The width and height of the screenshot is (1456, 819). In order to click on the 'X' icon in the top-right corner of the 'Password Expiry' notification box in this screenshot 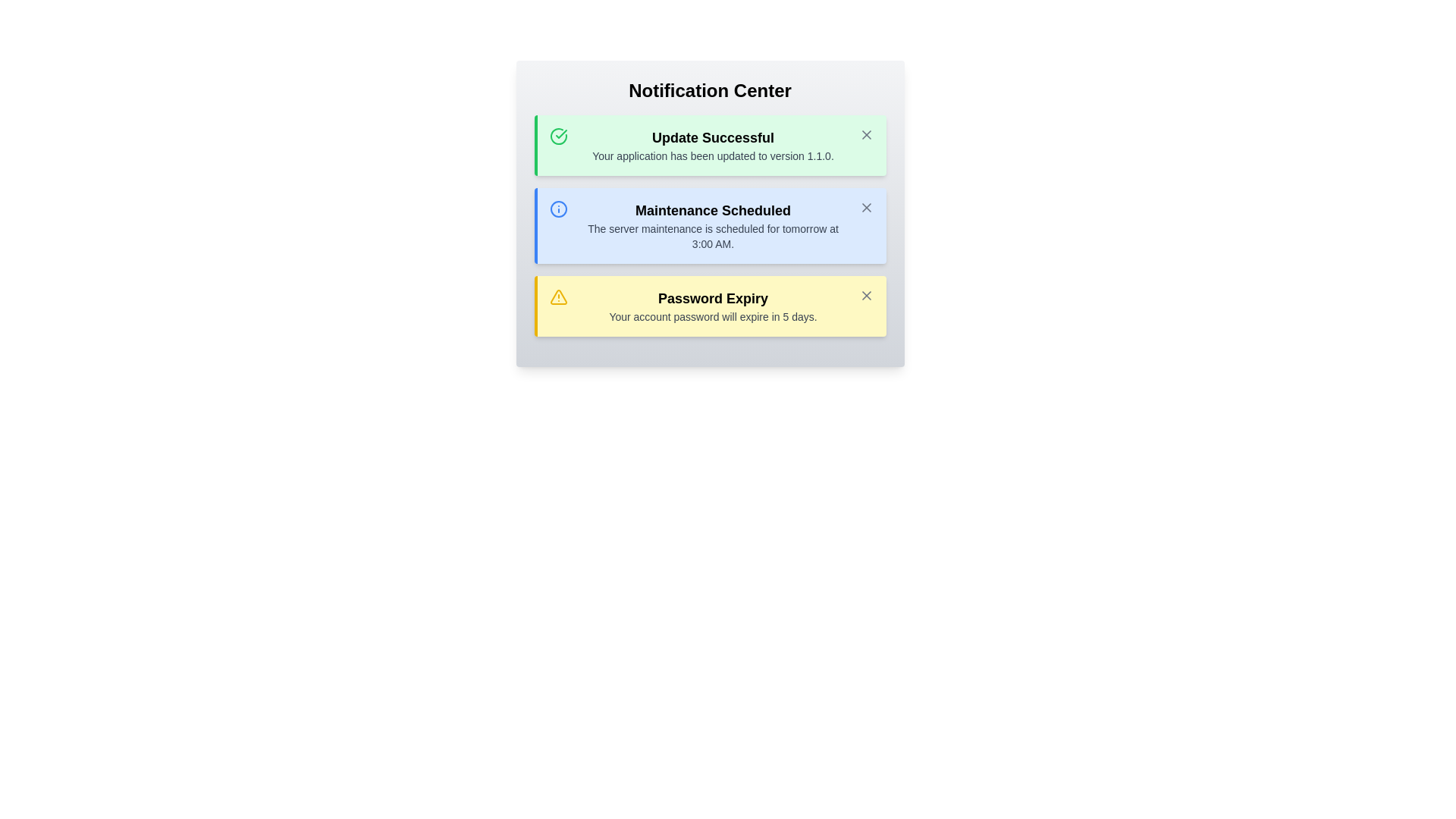, I will do `click(866, 295)`.